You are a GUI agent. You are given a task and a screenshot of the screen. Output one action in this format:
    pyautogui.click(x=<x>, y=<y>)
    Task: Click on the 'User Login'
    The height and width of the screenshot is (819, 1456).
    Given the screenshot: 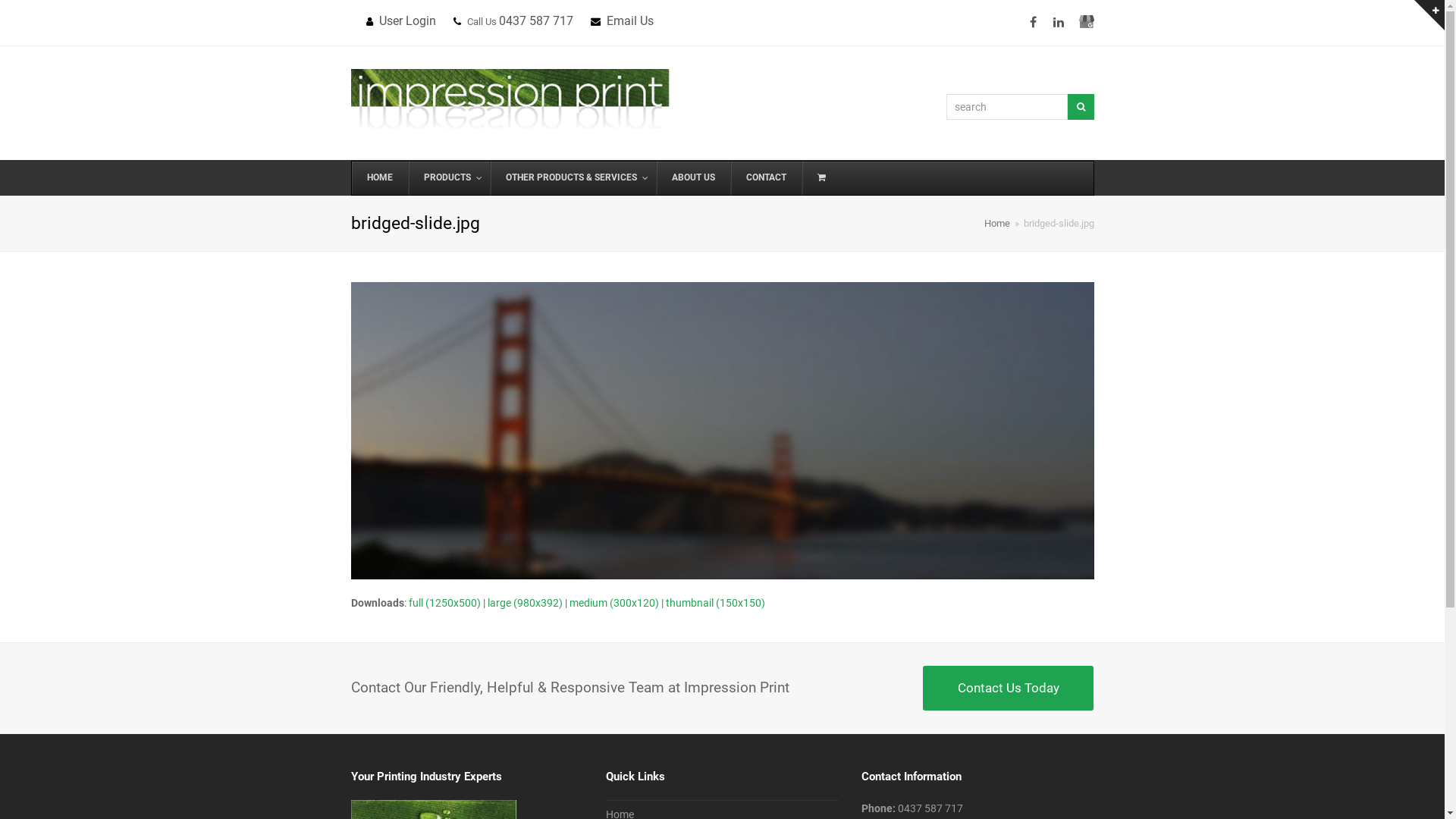 What is the action you would take?
    pyautogui.click(x=407, y=20)
    